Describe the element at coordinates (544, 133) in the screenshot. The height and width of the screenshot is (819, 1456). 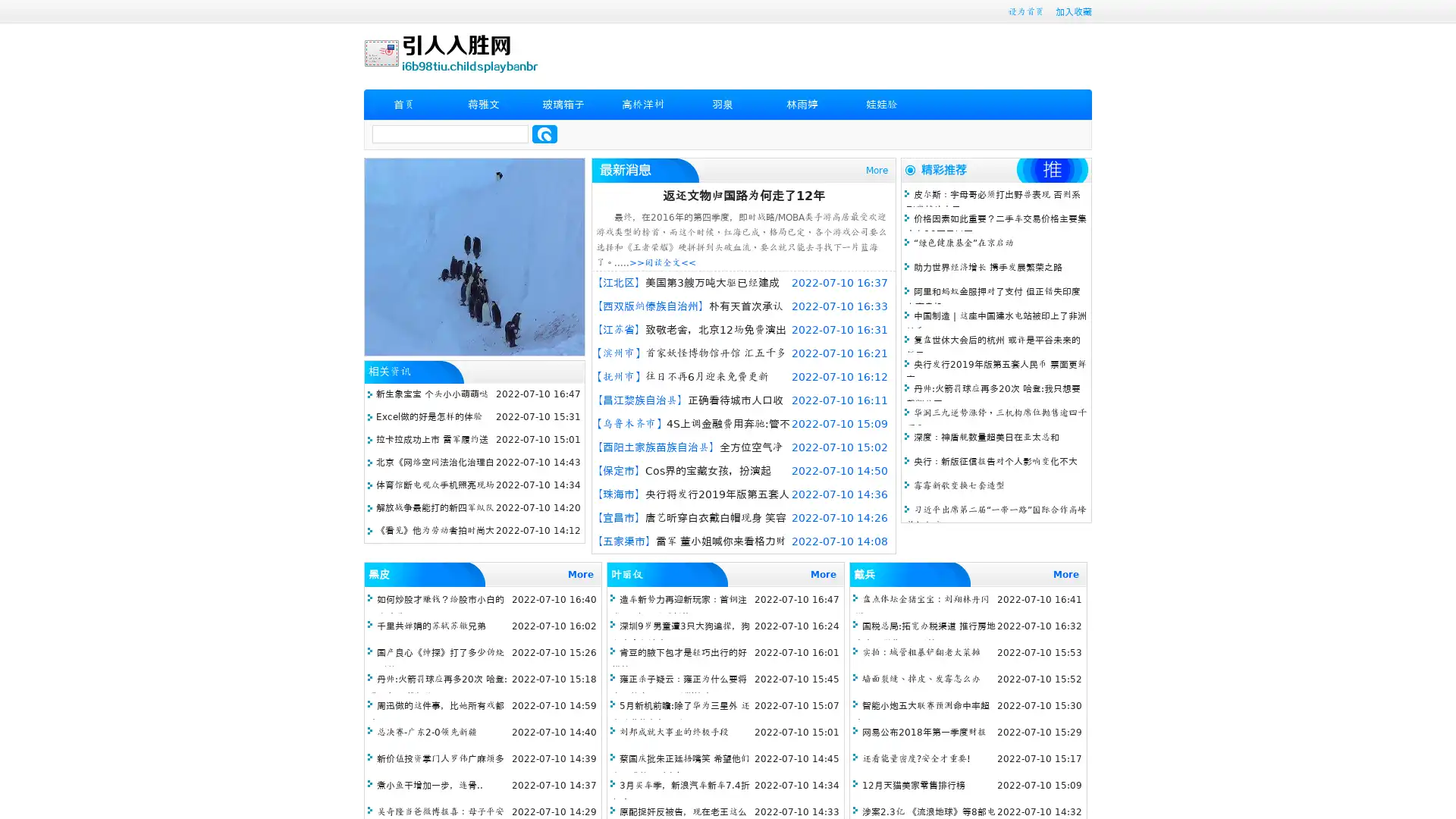
I see `Search` at that location.